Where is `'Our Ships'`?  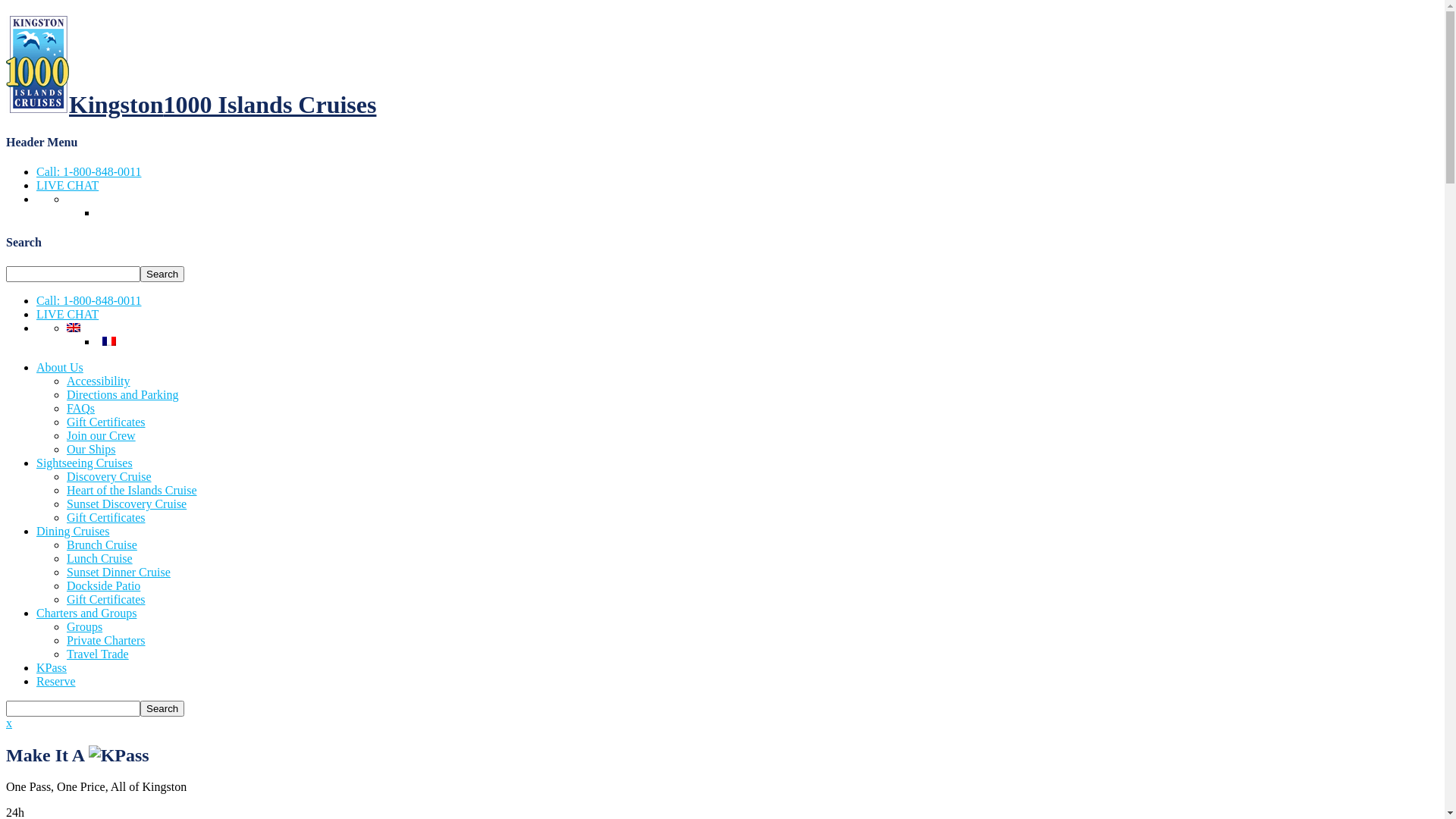 'Our Ships' is located at coordinates (90, 448).